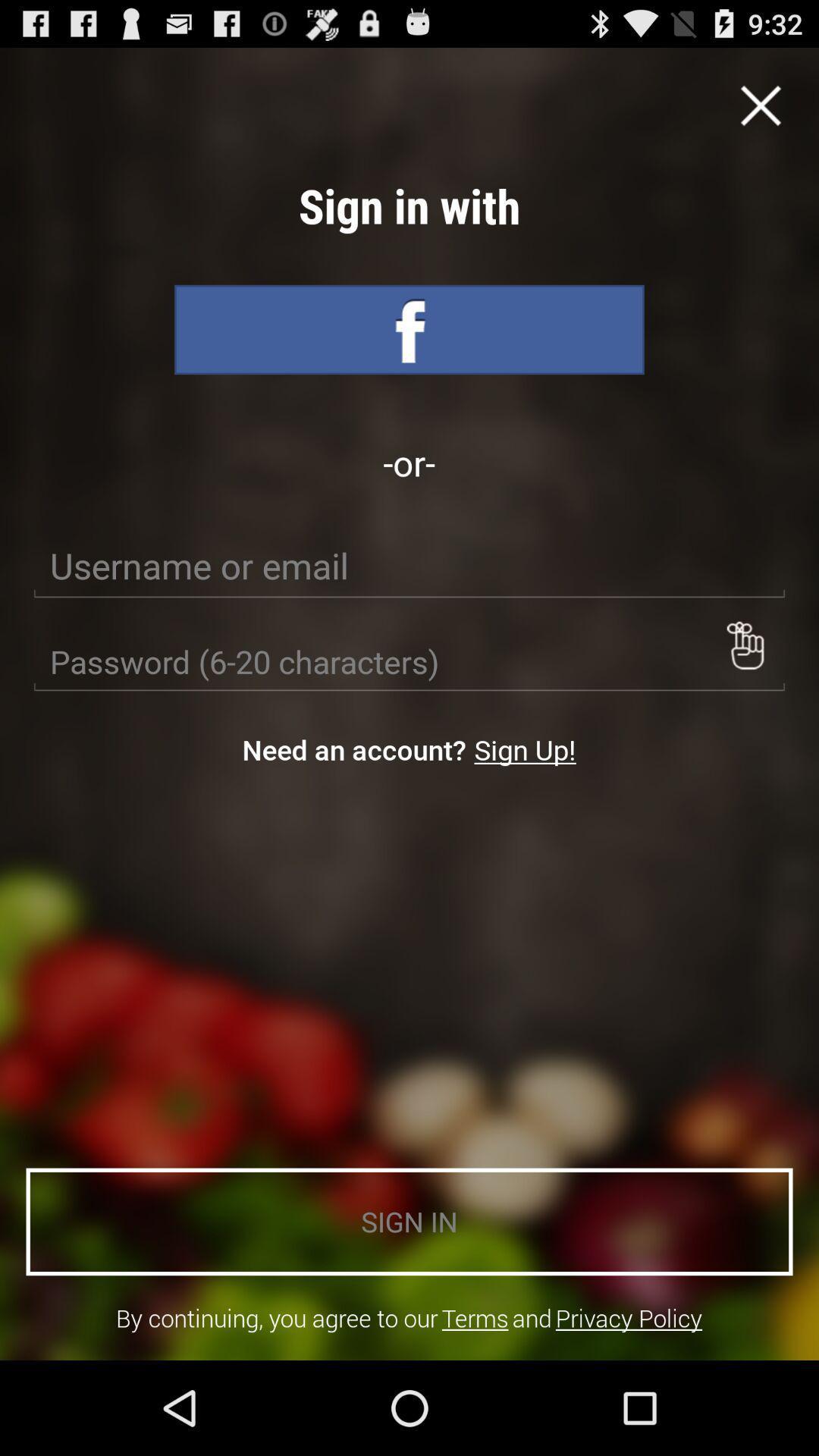 This screenshot has height=1456, width=819. What do you see at coordinates (629, 1317) in the screenshot?
I see `the privacy policy` at bounding box center [629, 1317].